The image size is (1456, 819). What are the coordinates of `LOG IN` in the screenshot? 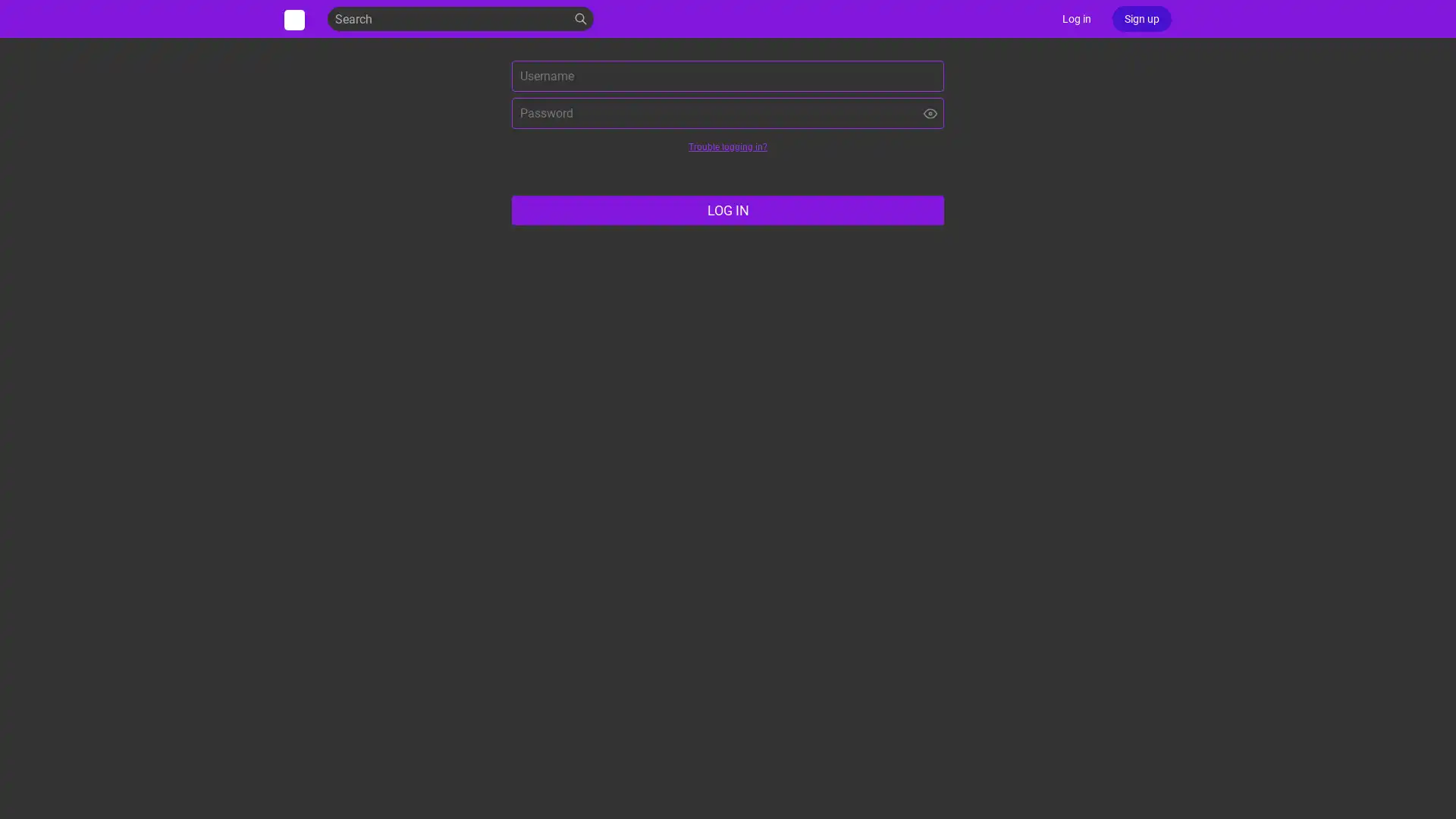 It's located at (728, 210).